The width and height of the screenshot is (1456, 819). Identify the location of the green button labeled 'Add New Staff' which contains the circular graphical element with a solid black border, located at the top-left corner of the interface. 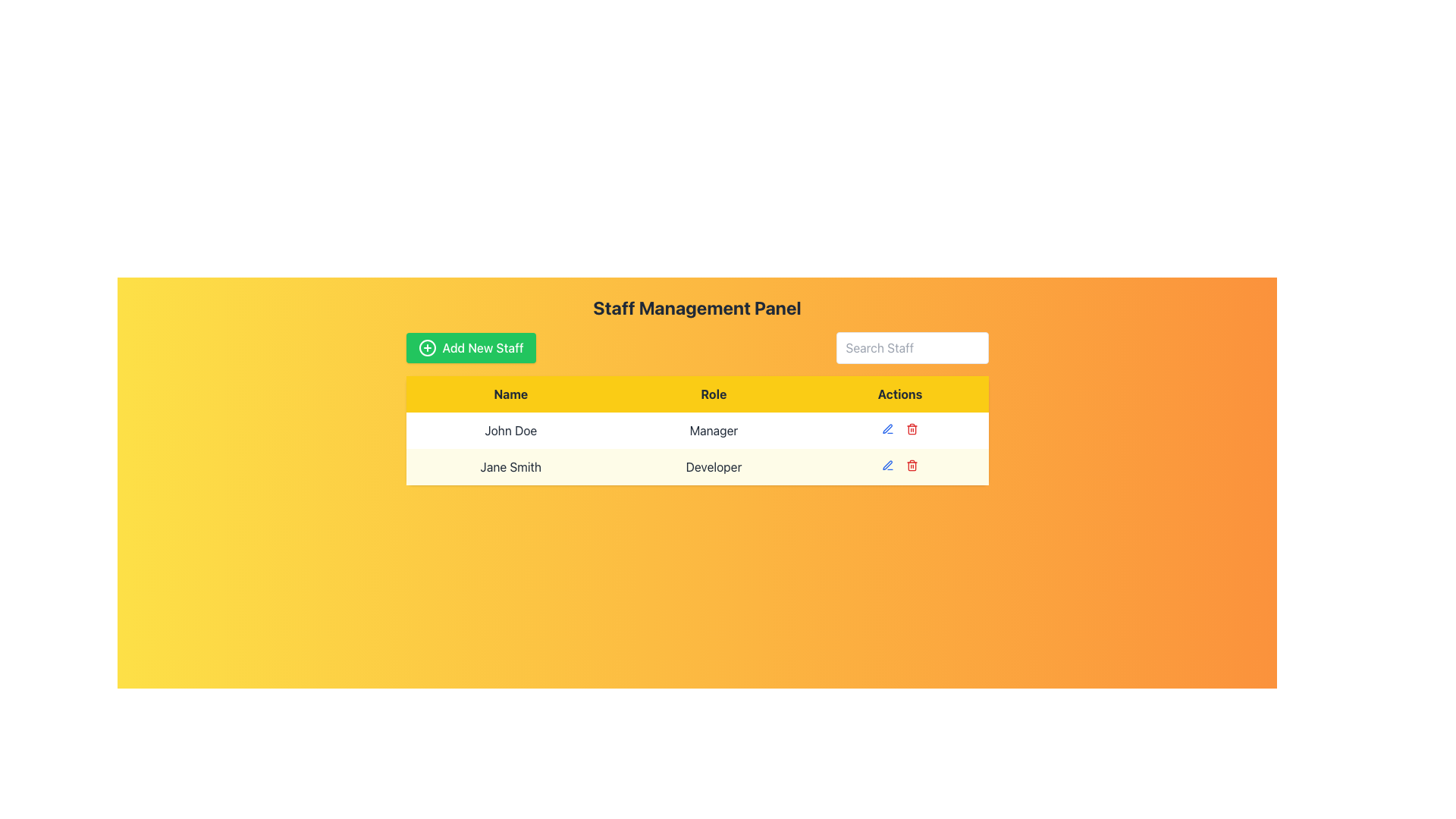
(426, 348).